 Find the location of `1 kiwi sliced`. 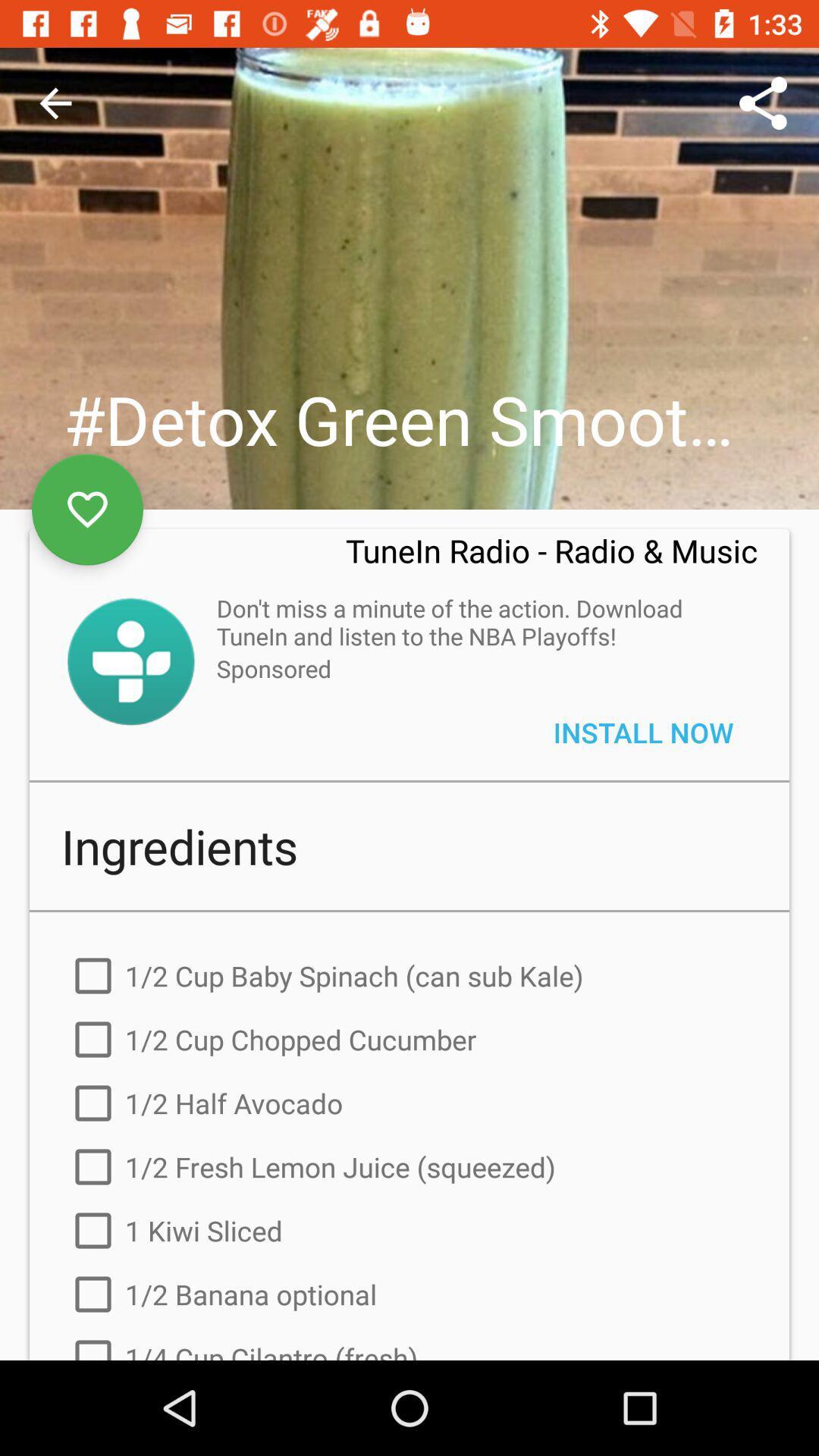

1 kiwi sliced is located at coordinates (409, 1230).